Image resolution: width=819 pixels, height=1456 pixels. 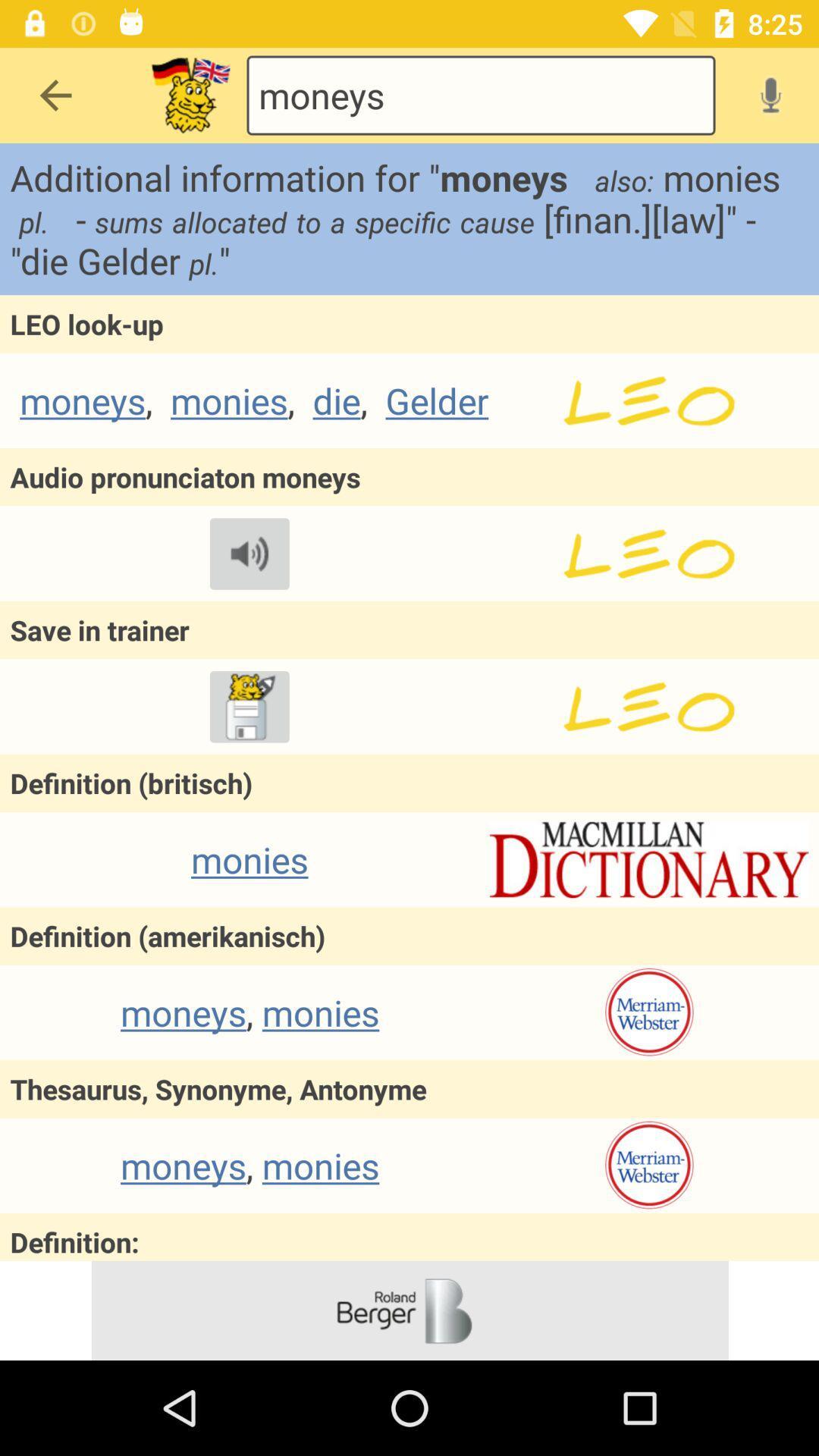 I want to click on name, so click(x=648, y=553).